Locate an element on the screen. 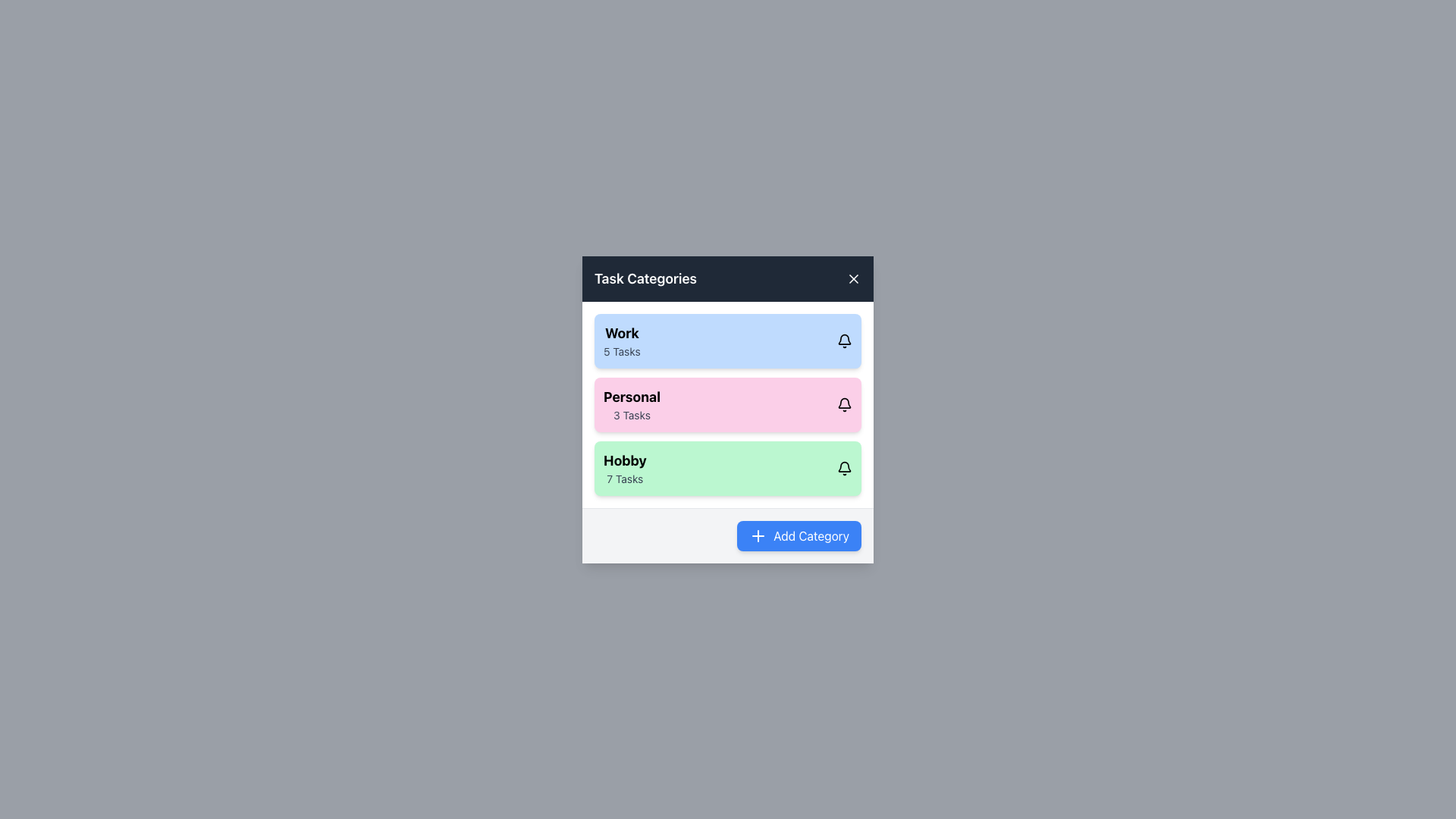  the Close Icon located in the top-right corner of the dark header bar is located at coordinates (854, 278).